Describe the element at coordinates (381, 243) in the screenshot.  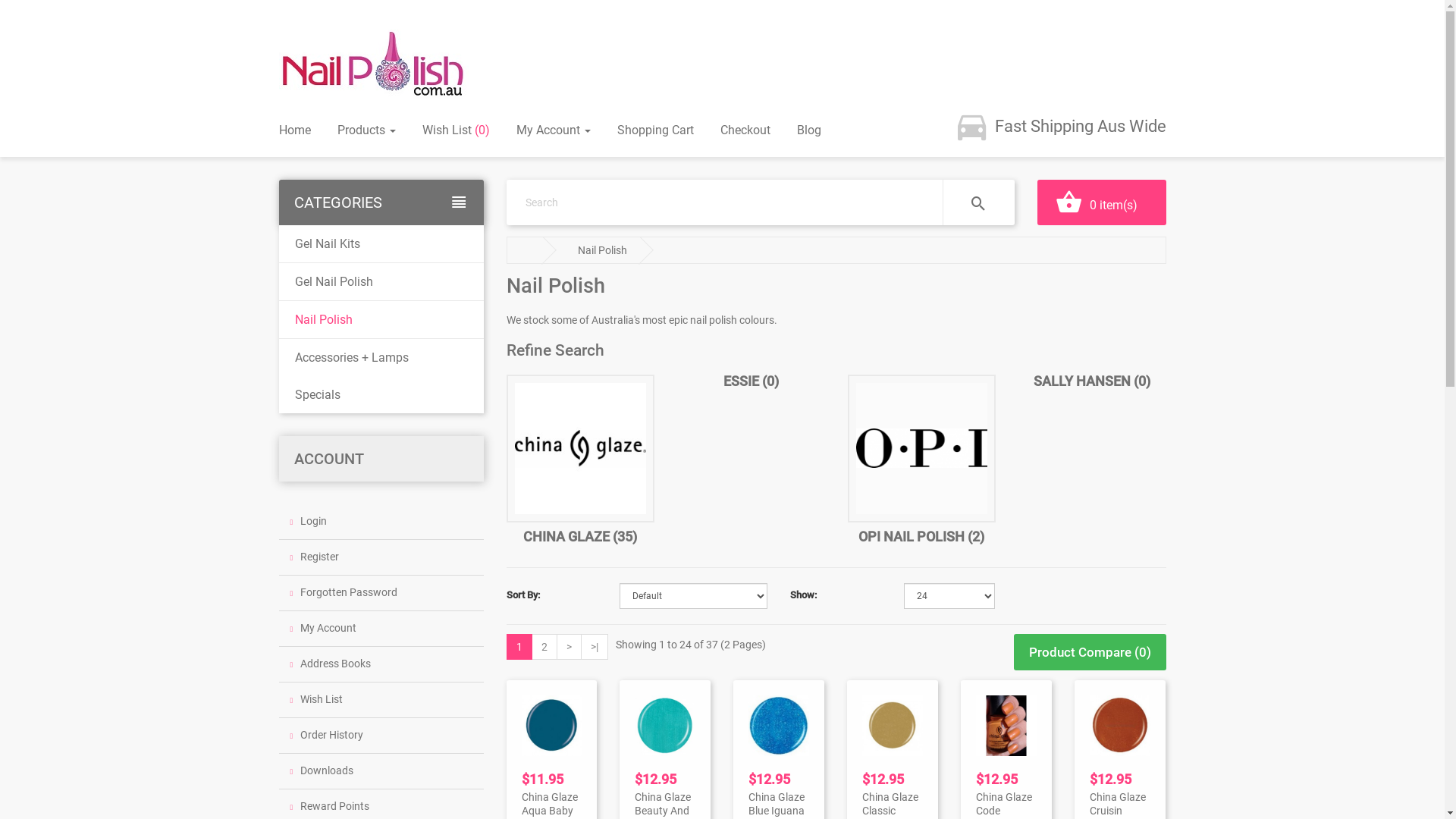
I see `'Gel Nail Kits'` at that location.